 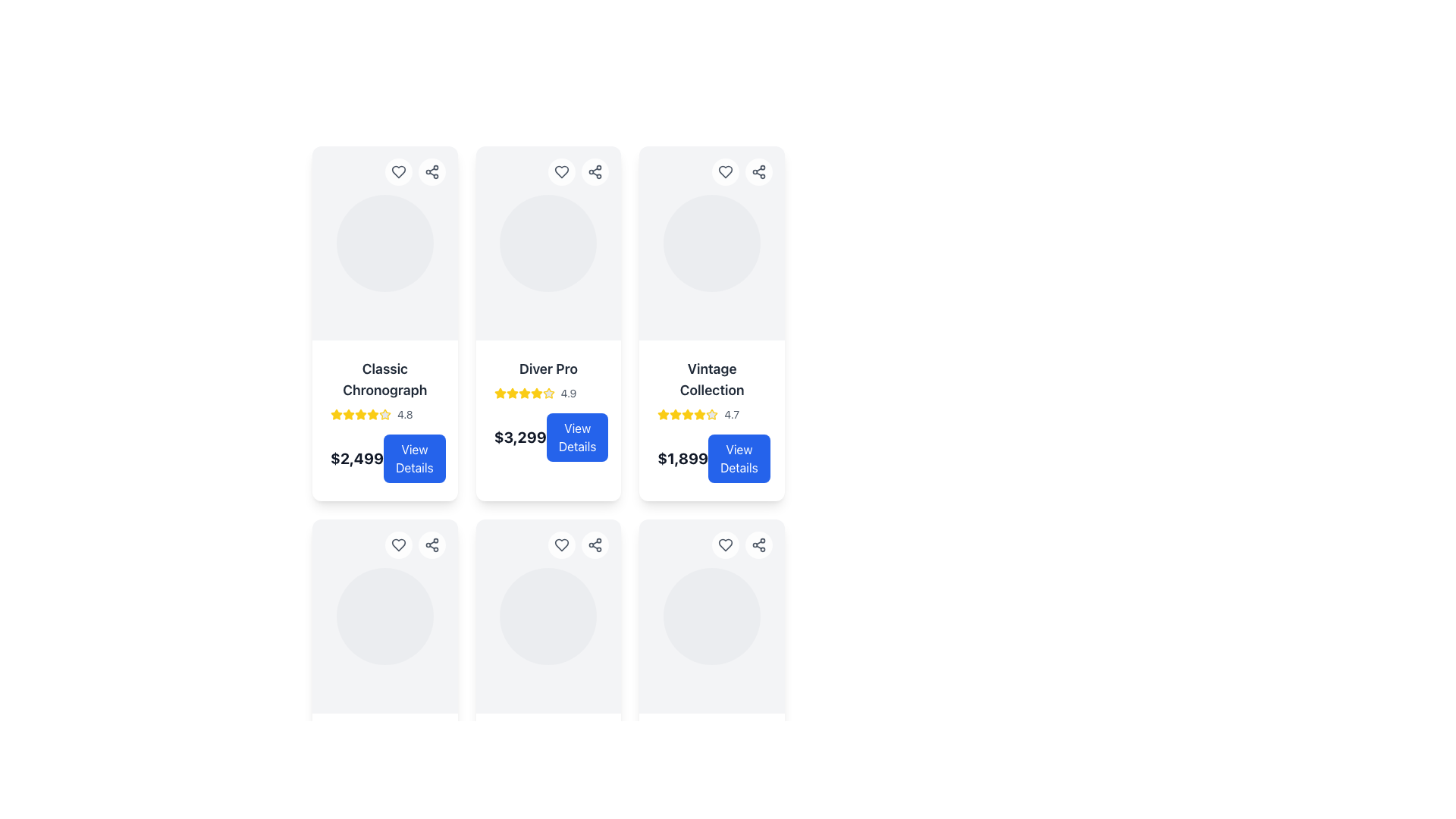 What do you see at coordinates (348, 414) in the screenshot?
I see `the star icon in the rating section of the first product card titled 'Classic Chronograph'` at bounding box center [348, 414].